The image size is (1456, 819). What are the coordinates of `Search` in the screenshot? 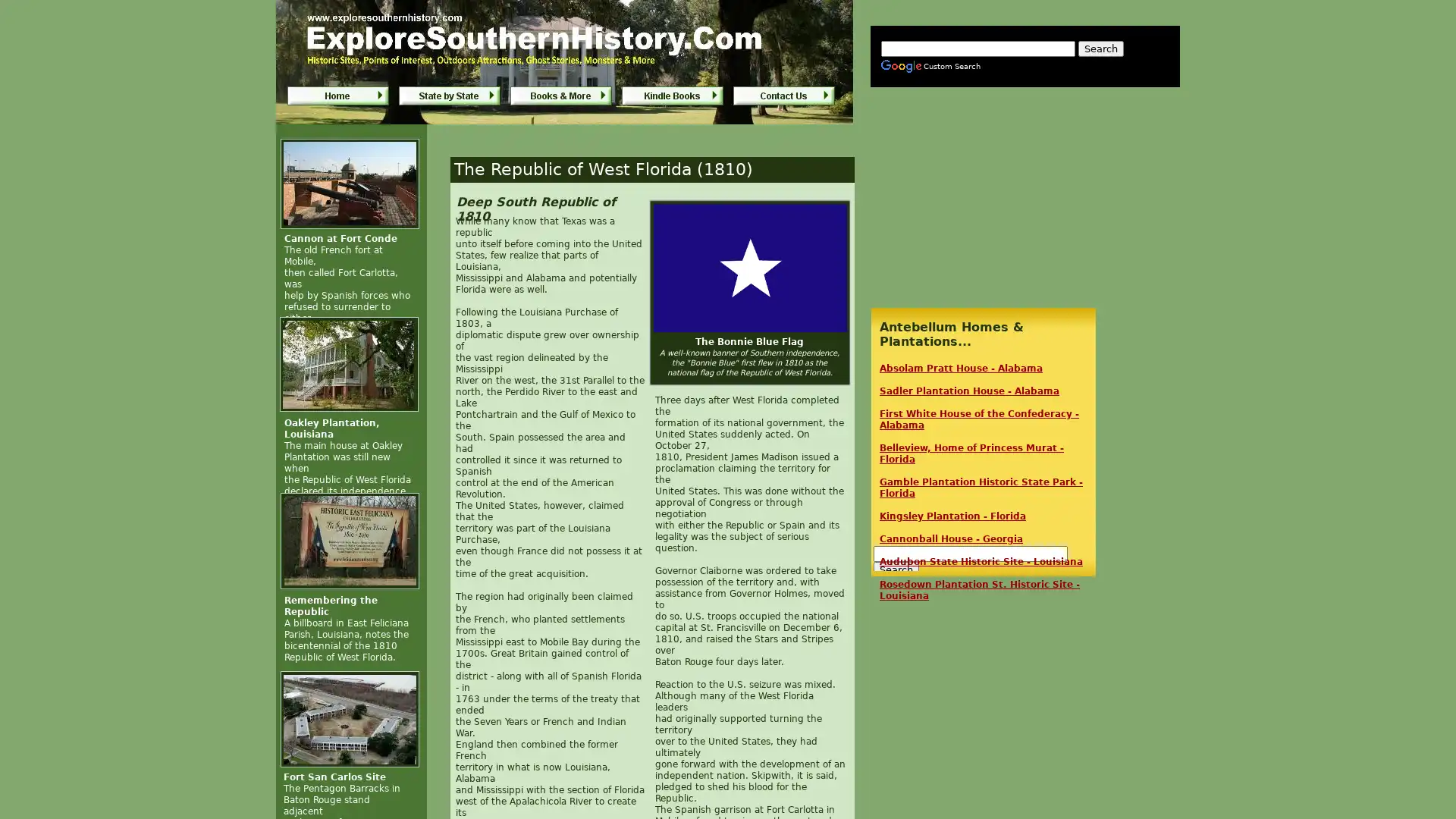 It's located at (896, 570).